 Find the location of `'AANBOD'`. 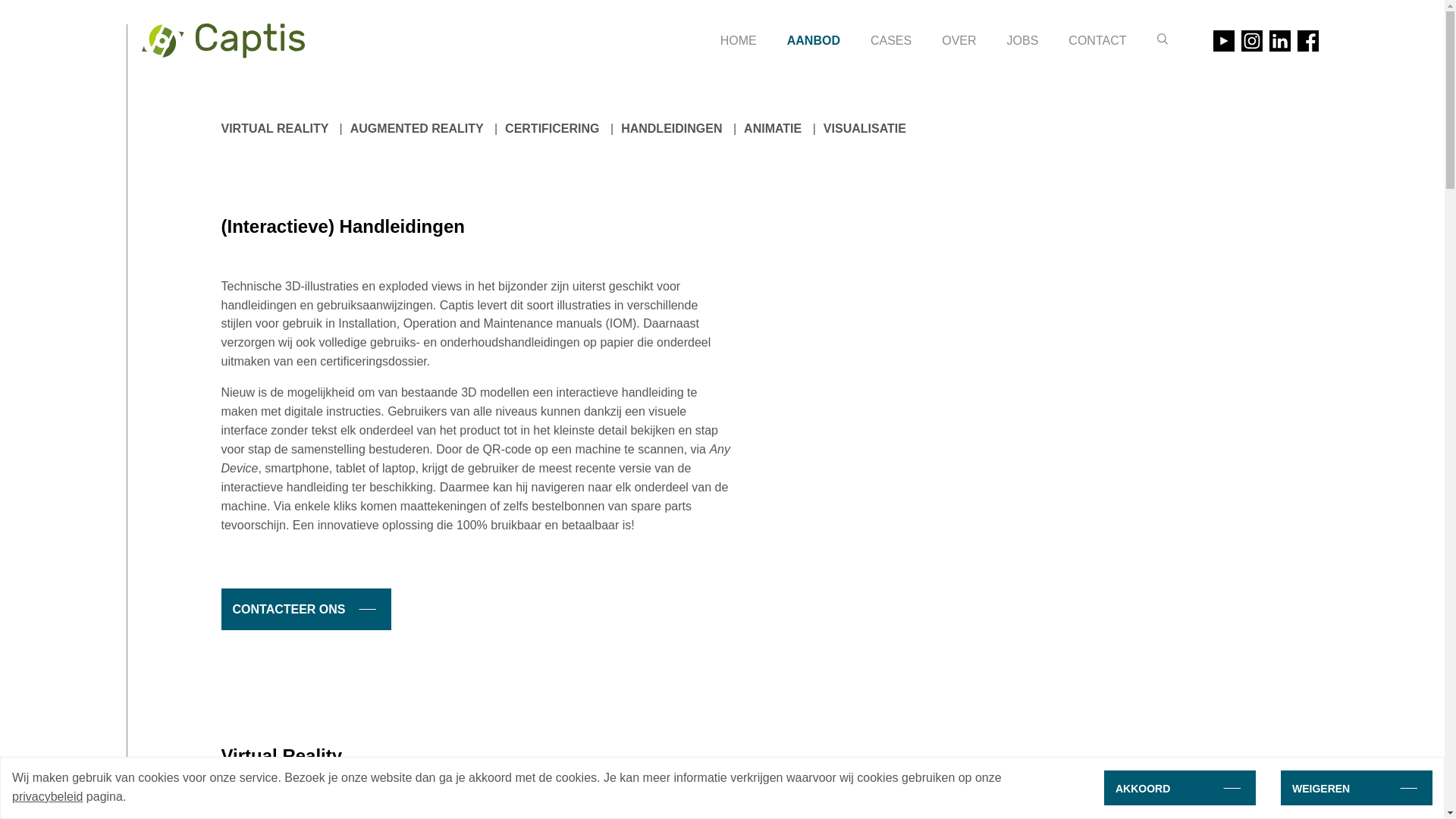

'AANBOD' is located at coordinates (813, 40).